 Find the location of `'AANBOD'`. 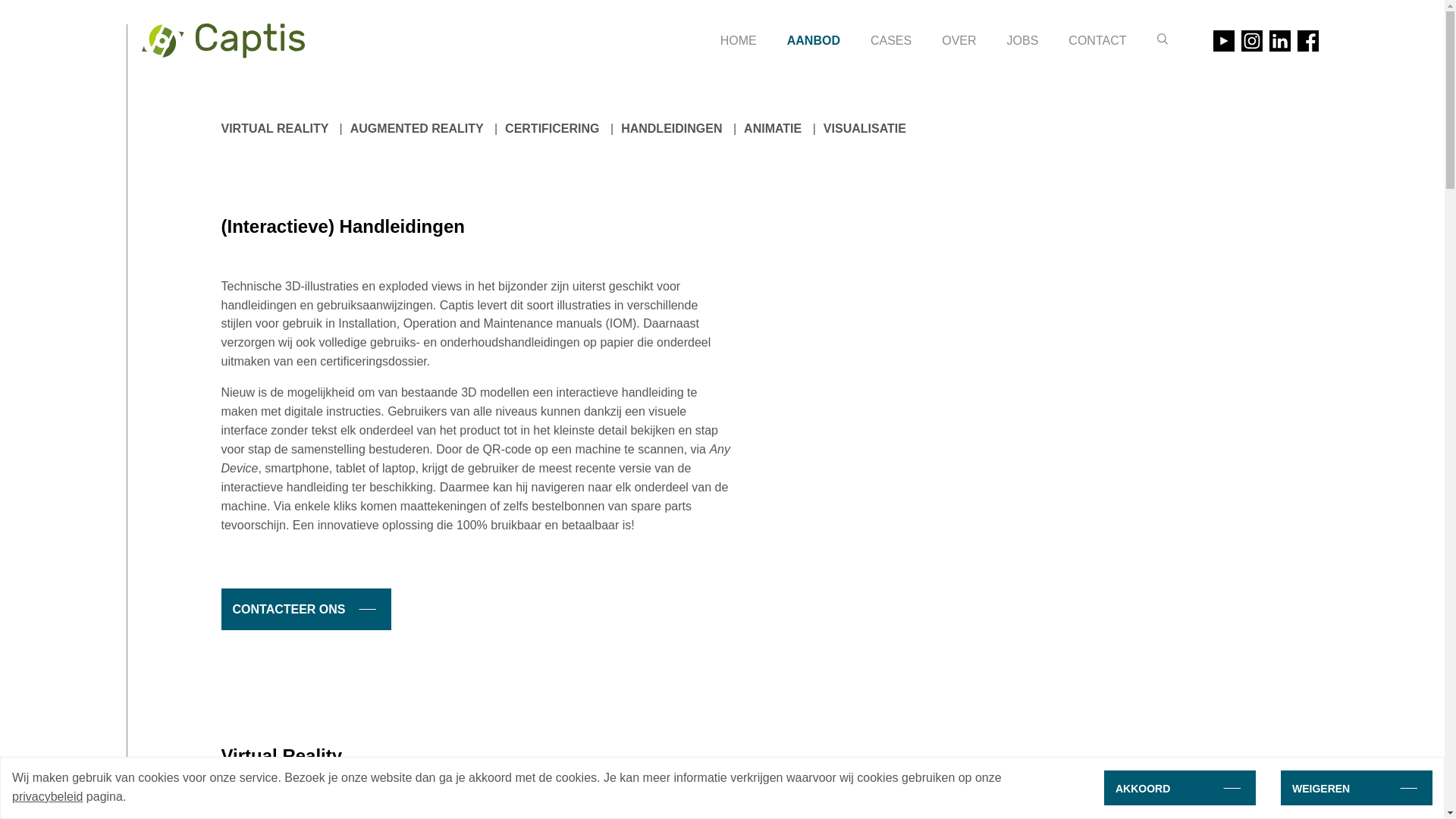

'AANBOD' is located at coordinates (813, 40).